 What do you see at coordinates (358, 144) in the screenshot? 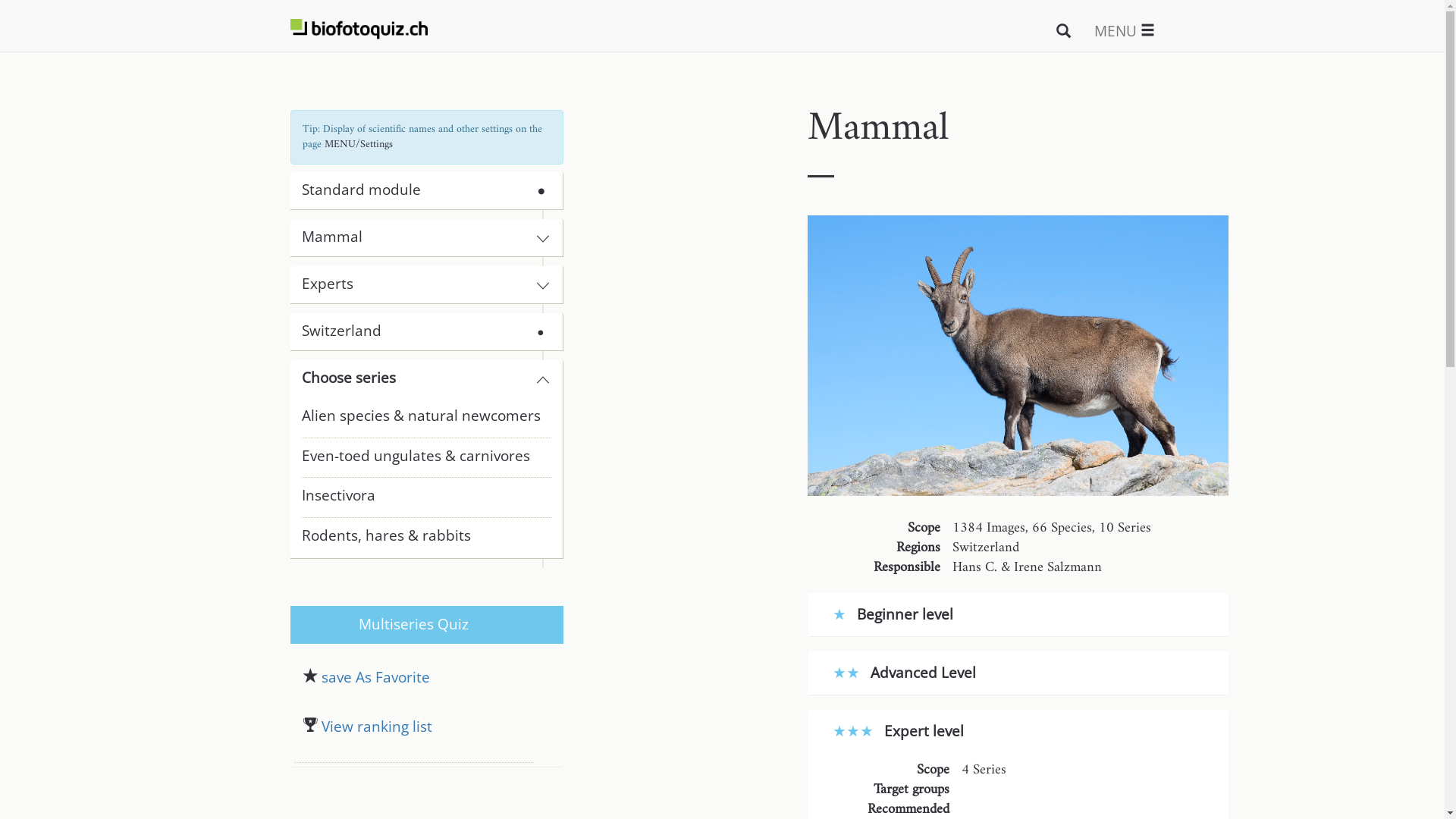
I see `'MENU/Settings'` at bounding box center [358, 144].